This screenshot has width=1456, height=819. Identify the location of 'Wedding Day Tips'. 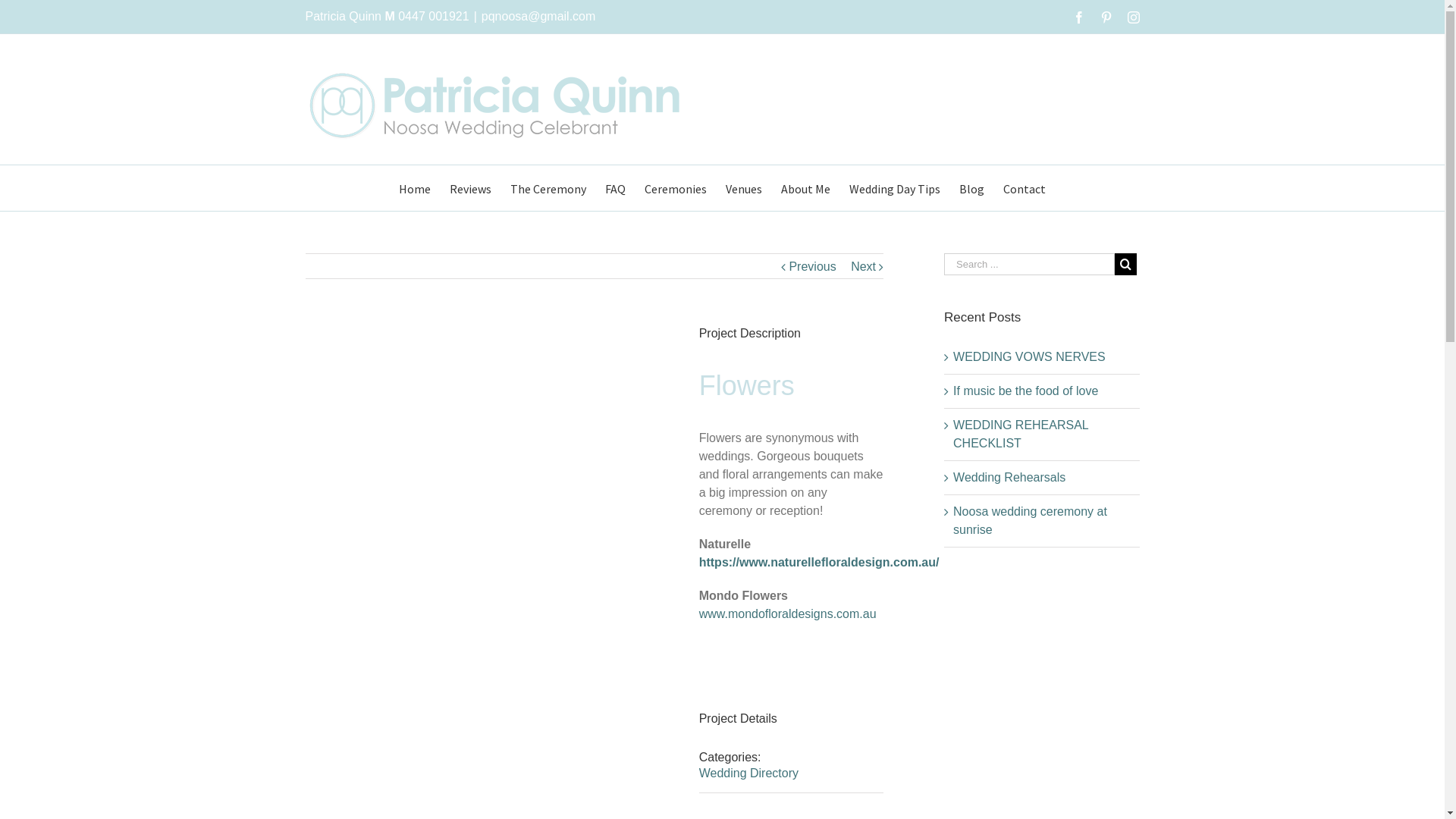
(895, 187).